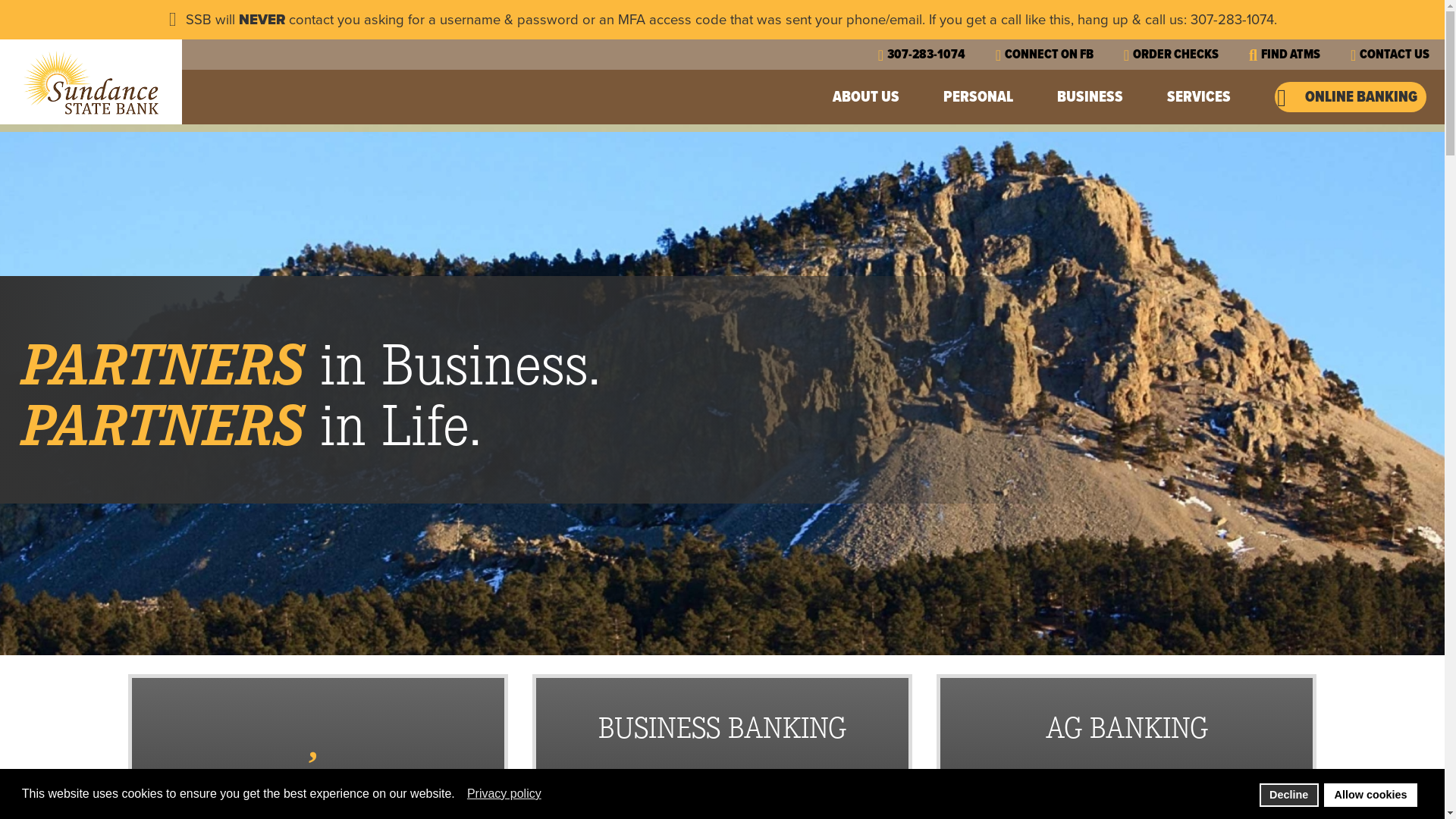  Describe the element at coordinates (1350, 96) in the screenshot. I see `'ONLINE BANKING'` at that location.